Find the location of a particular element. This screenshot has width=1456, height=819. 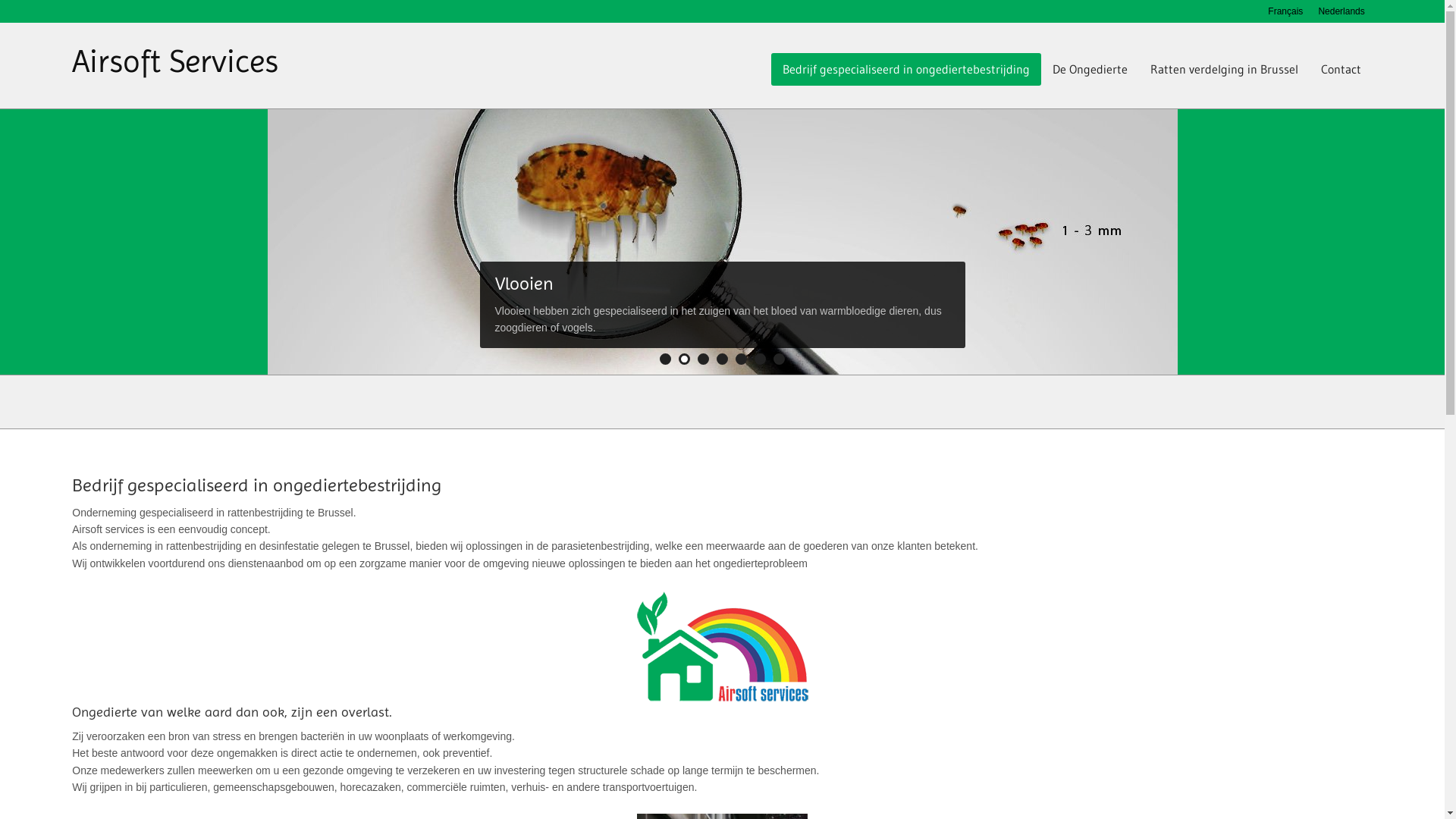

'5' is located at coordinates (741, 359).